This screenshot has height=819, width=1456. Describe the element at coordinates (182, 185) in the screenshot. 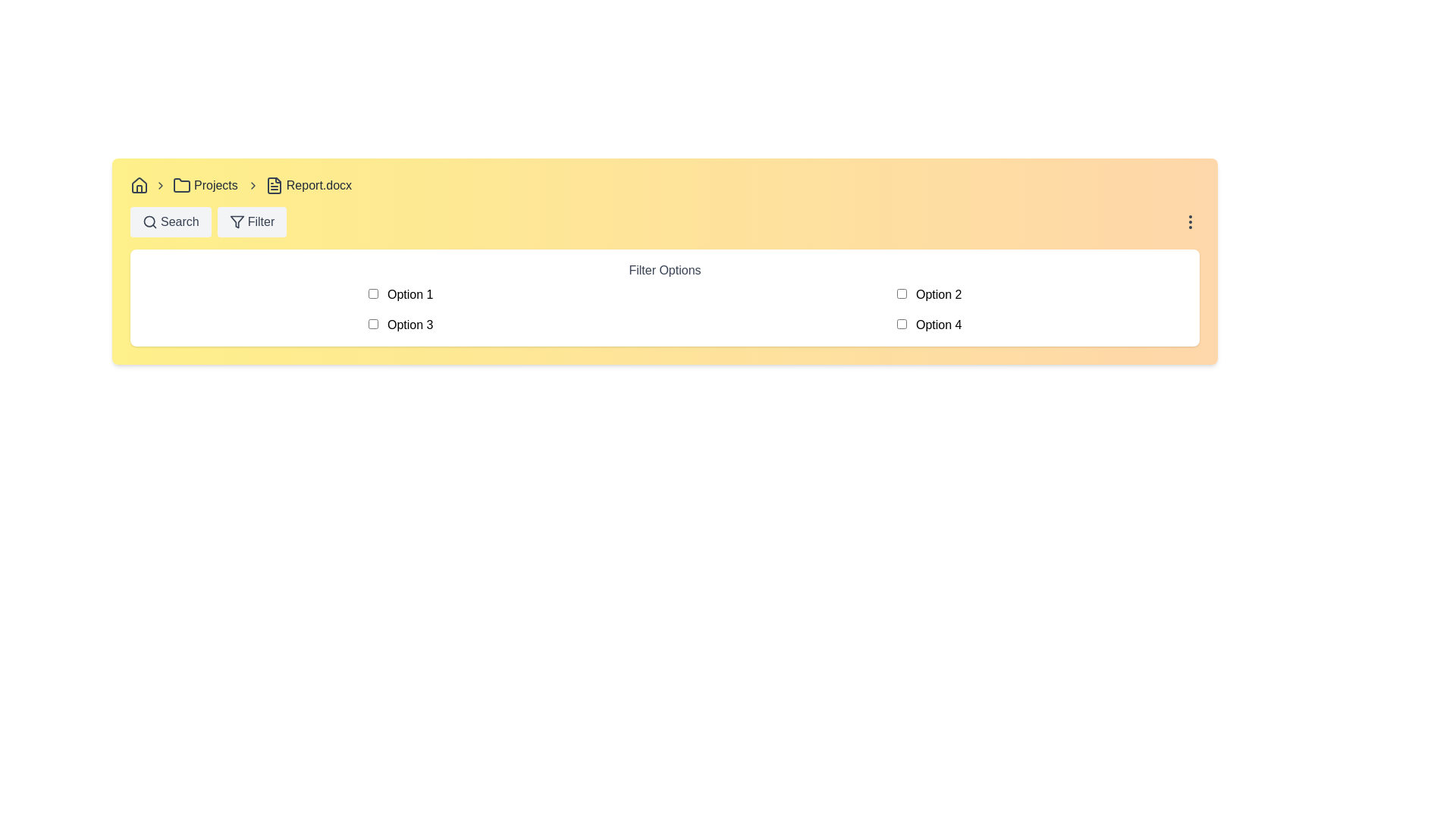

I see `the folder icon in the breadcrumb navigation bar` at that location.